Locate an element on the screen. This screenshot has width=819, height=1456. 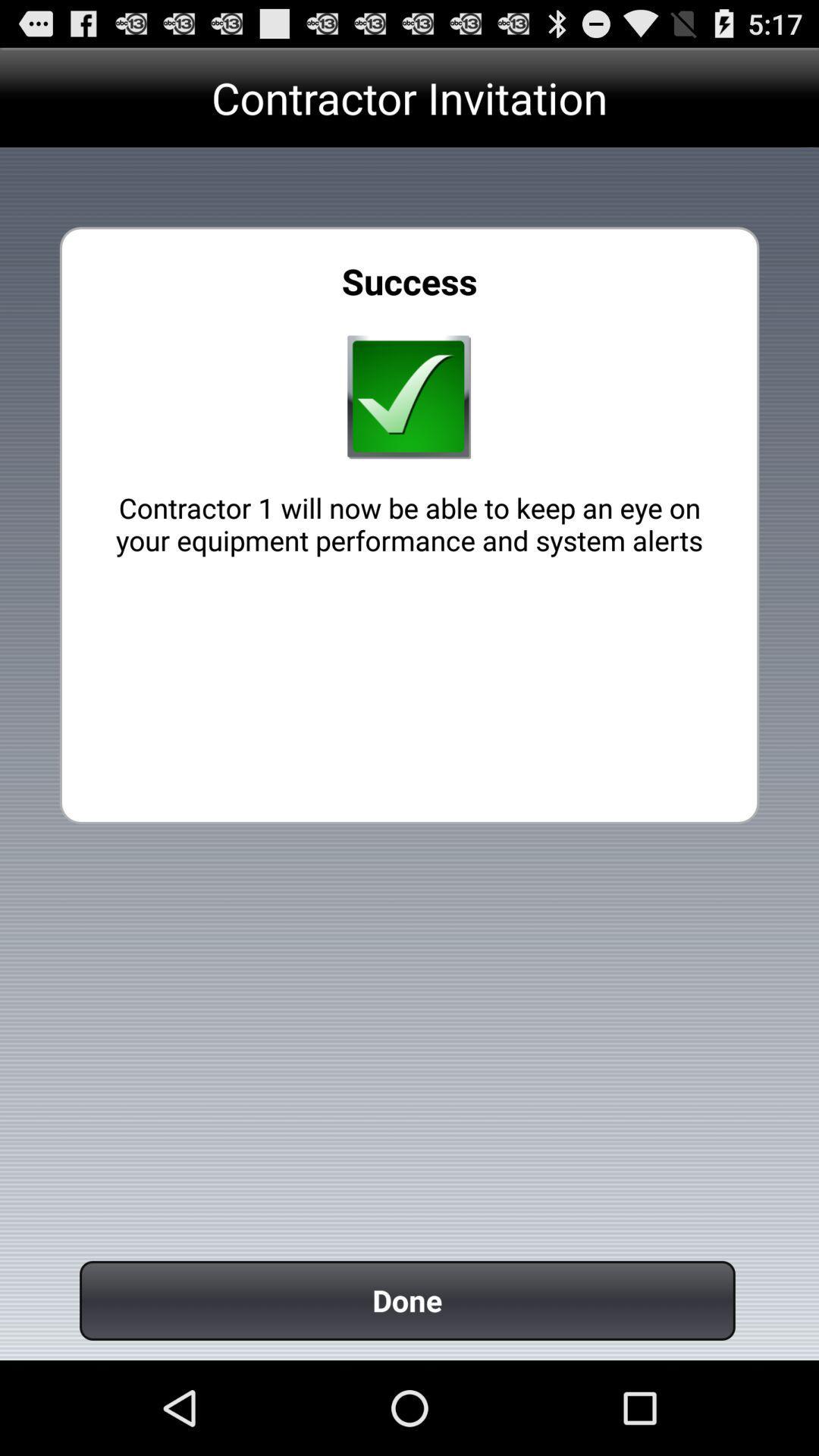
the icon below contractor 1 will icon is located at coordinates (406, 1300).